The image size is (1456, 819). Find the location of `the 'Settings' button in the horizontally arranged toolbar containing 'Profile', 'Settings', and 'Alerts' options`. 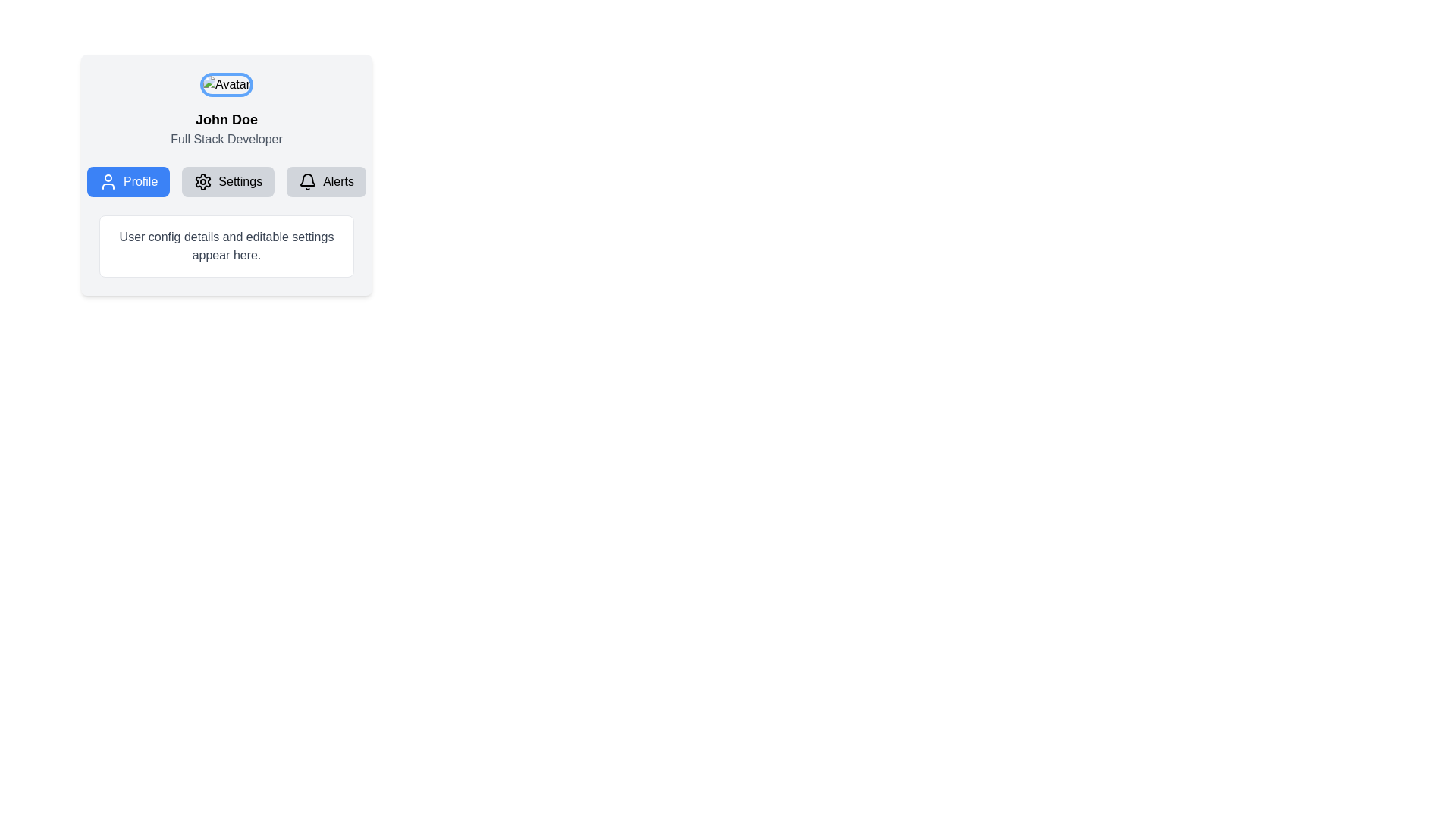

the 'Settings' button in the horizontally arranged toolbar containing 'Profile', 'Settings', and 'Alerts' options is located at coordinates (225, 180).